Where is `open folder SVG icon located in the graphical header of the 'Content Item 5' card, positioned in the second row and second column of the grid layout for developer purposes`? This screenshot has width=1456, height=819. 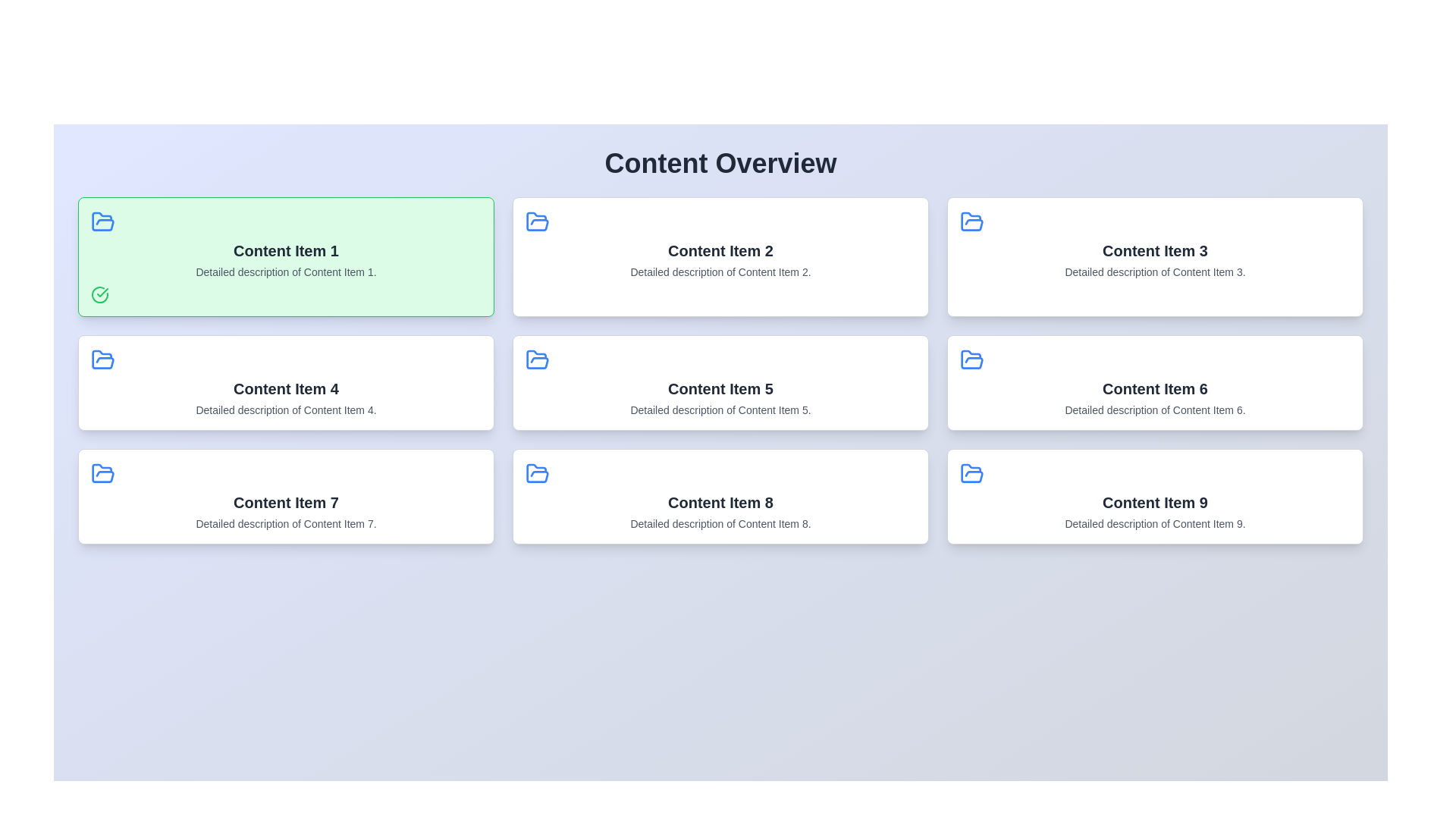 open folder SVG icon located in the graphical header of the 'Content Item 5' card, positioned in the second row and second column of the grid layout for developer purposes is located at coordinates (538, 359).